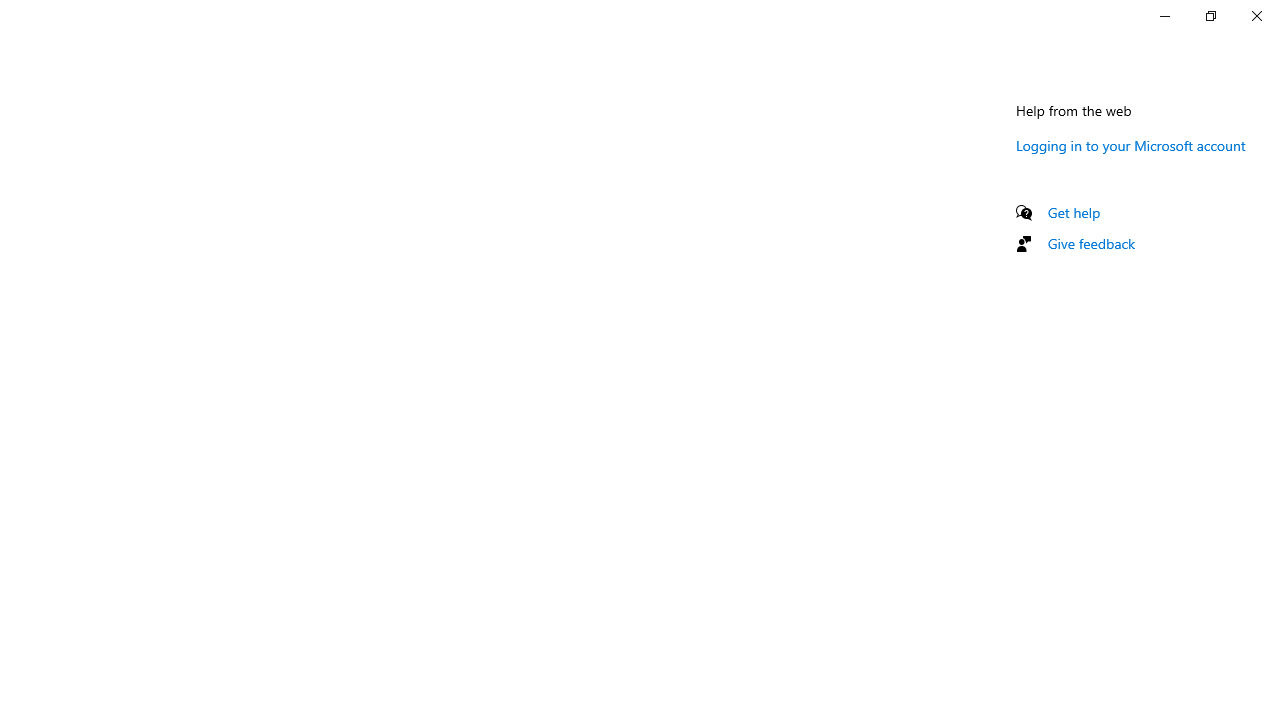 The width and height of the screenshot is (1280, 720). I want to click on 'Minimize Settings', so click(1164, 15).